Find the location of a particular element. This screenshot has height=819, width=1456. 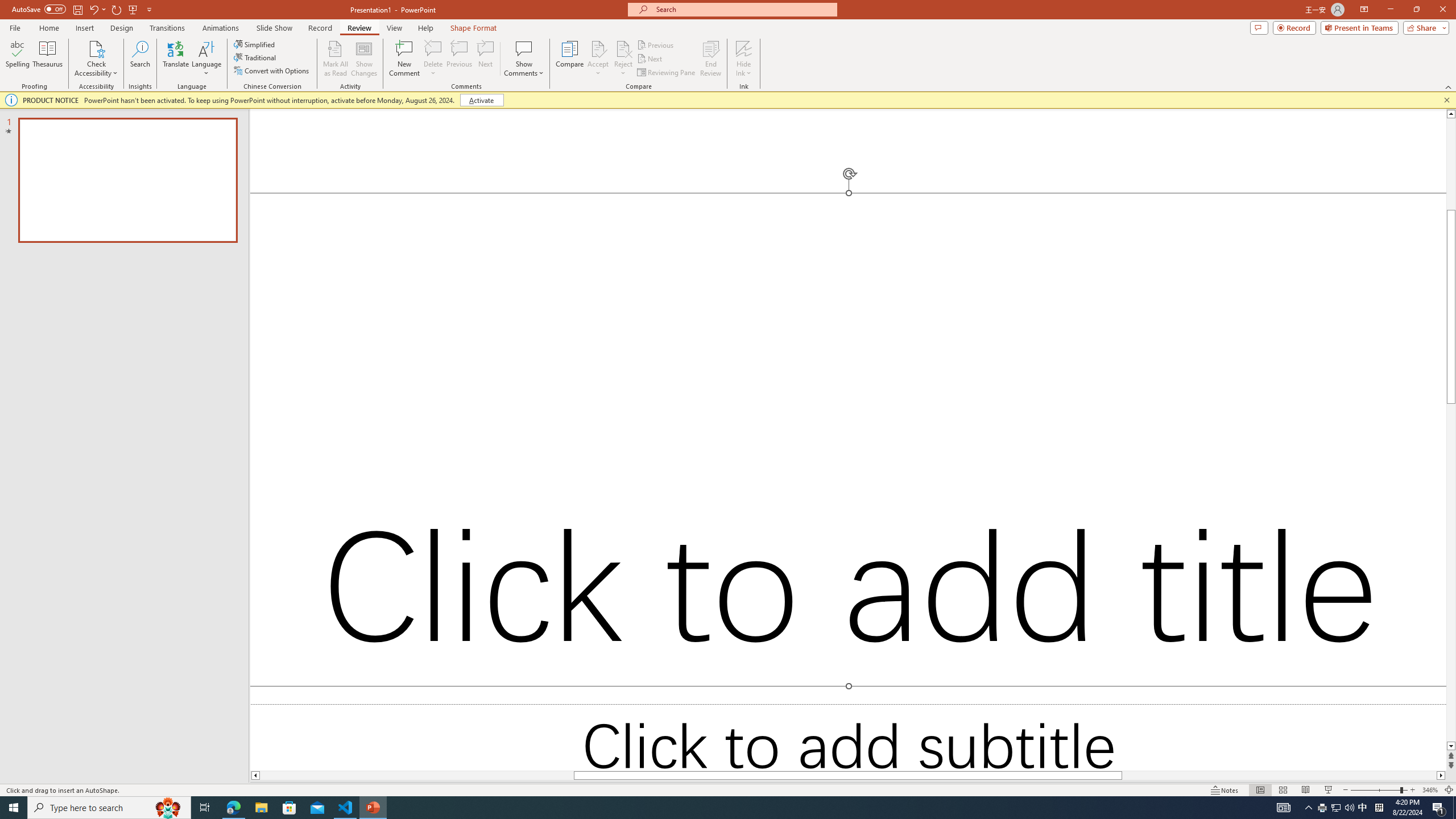

'Simplified' is located at coordinates (255, 44).